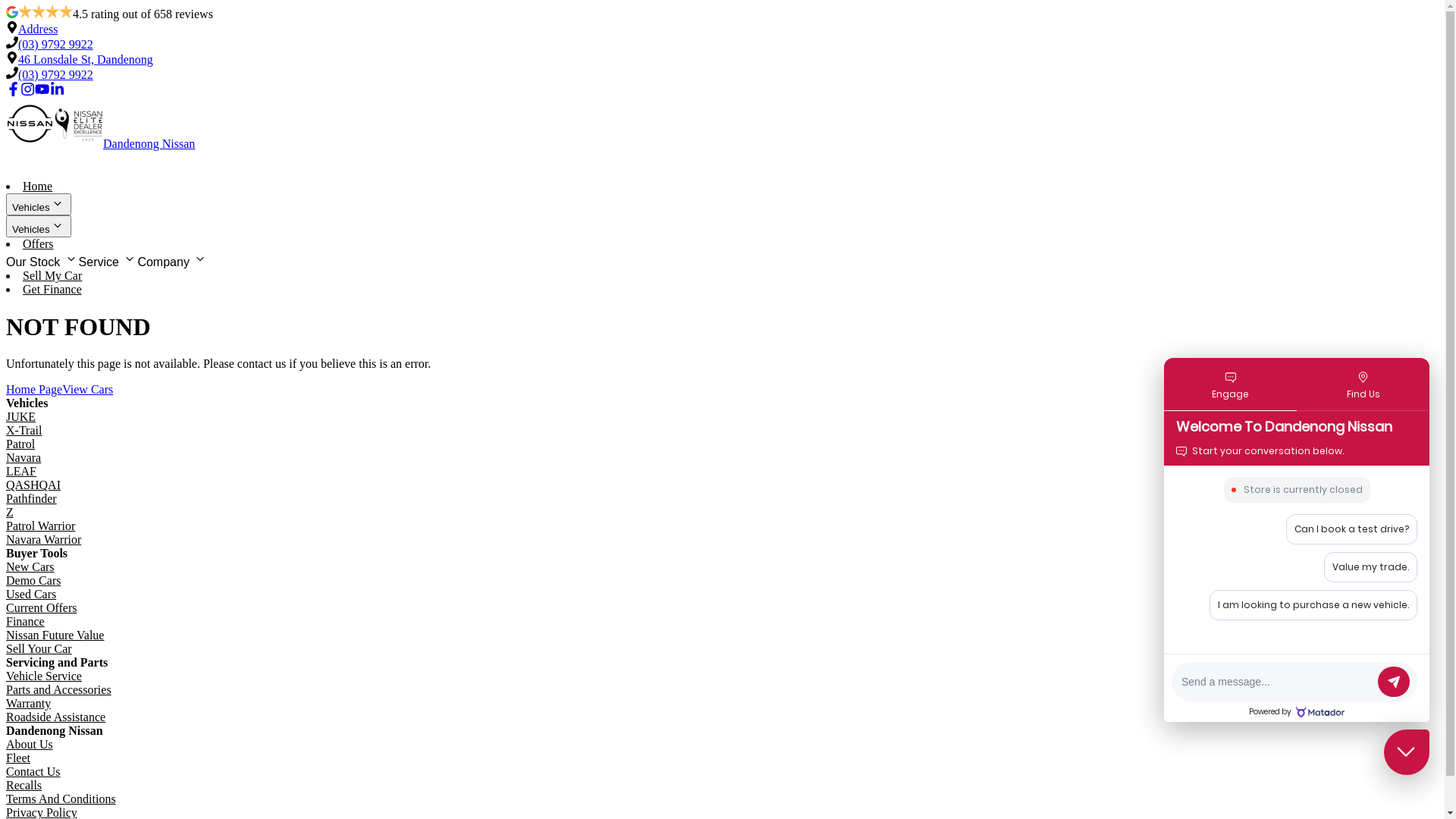  Describe the element at coordinates (6, 470) in the screenshot. I see `'LEAF'` at that location.